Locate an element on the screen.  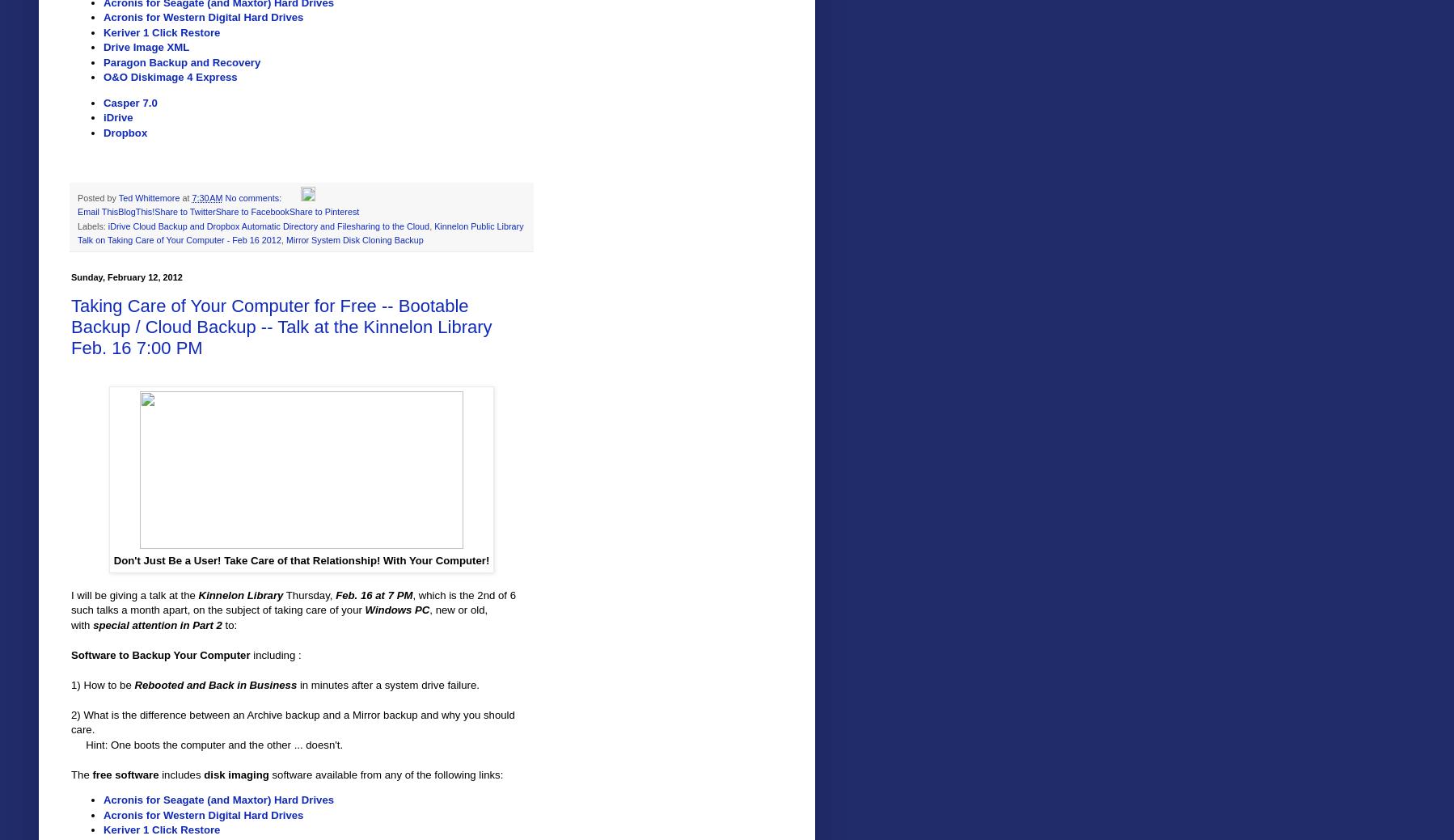
'Share to Facebook' is located at coordinates (214, 212).